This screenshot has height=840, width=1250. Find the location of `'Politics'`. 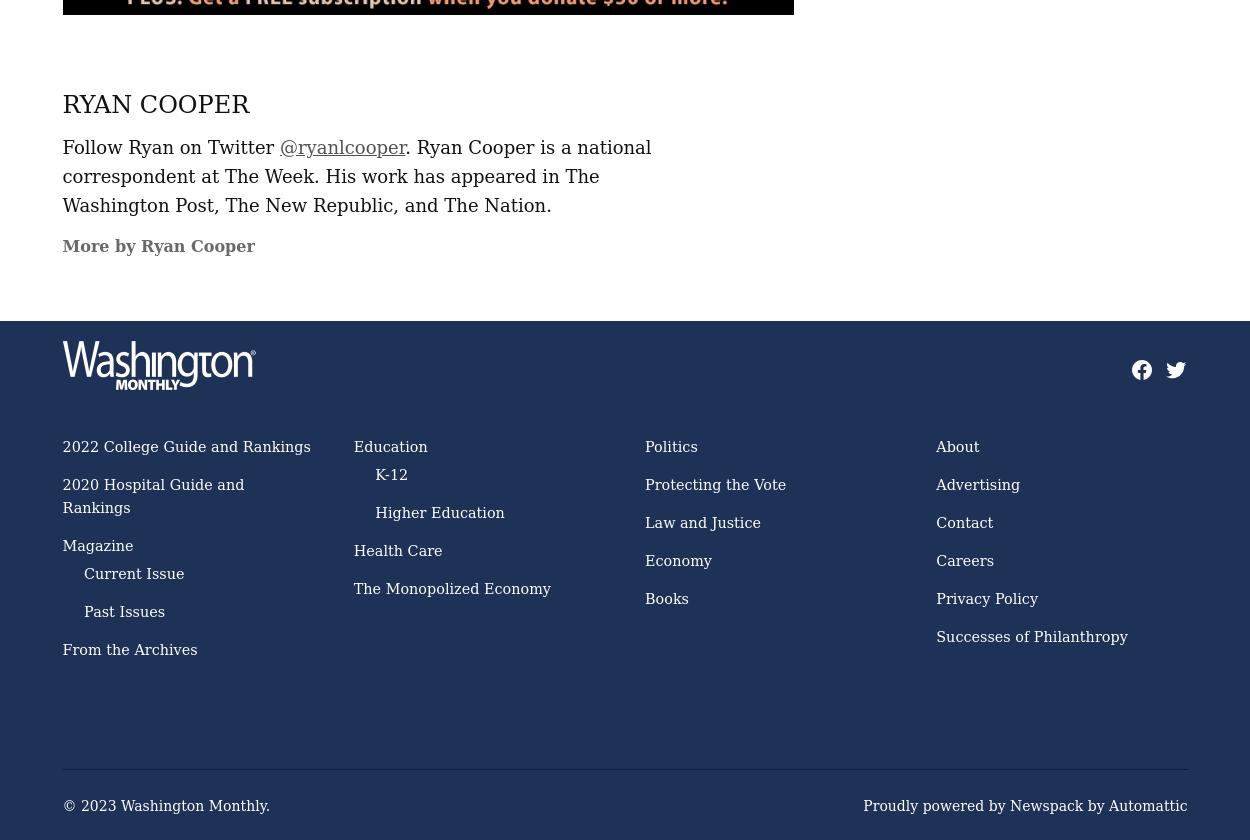

'Politics' is located at coordinates (671, 446).